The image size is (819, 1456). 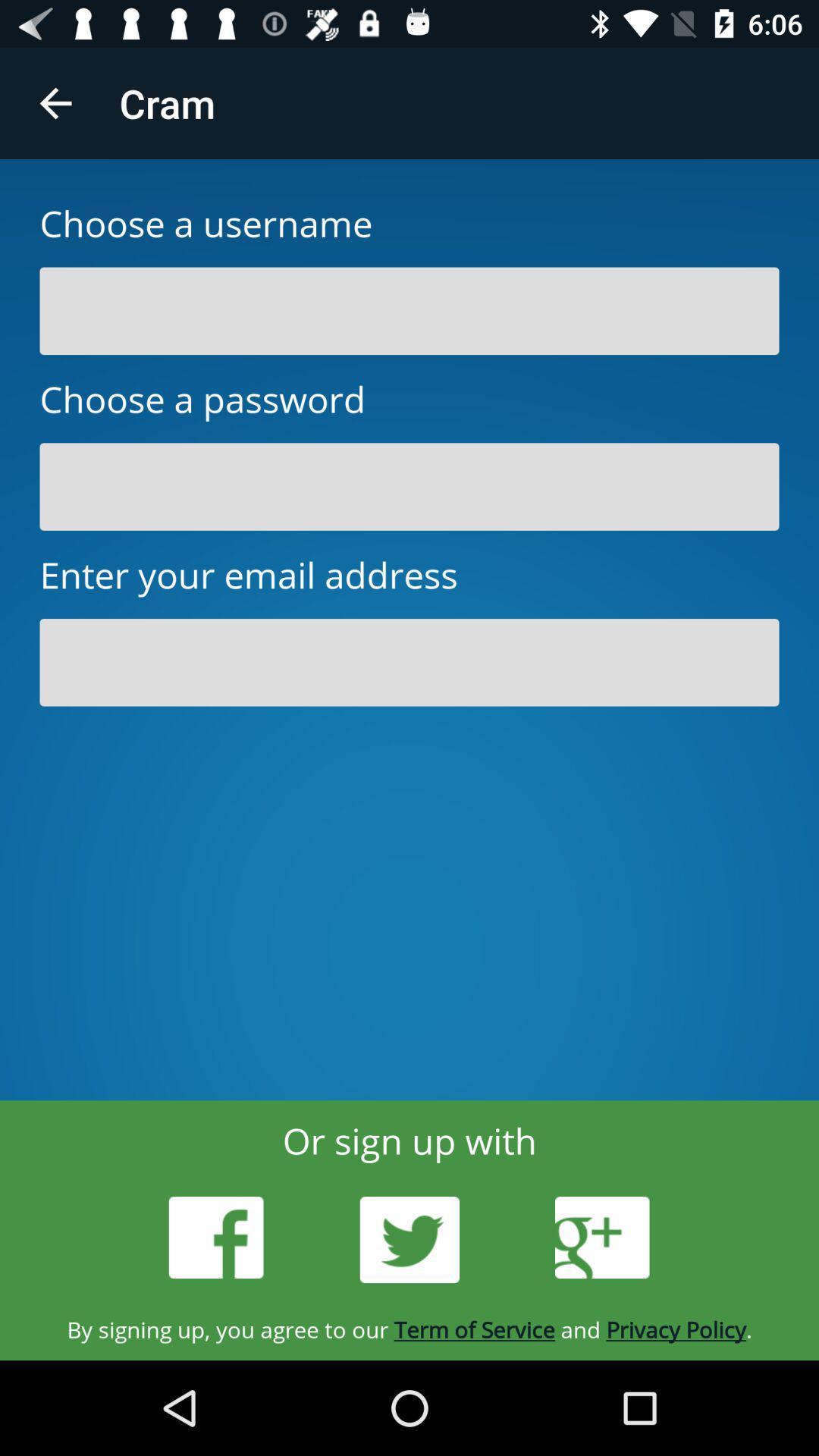 What do you see at coordinates (409, 310) in the screenshot?
I see `choose a username` at bounding box center [409, 310].